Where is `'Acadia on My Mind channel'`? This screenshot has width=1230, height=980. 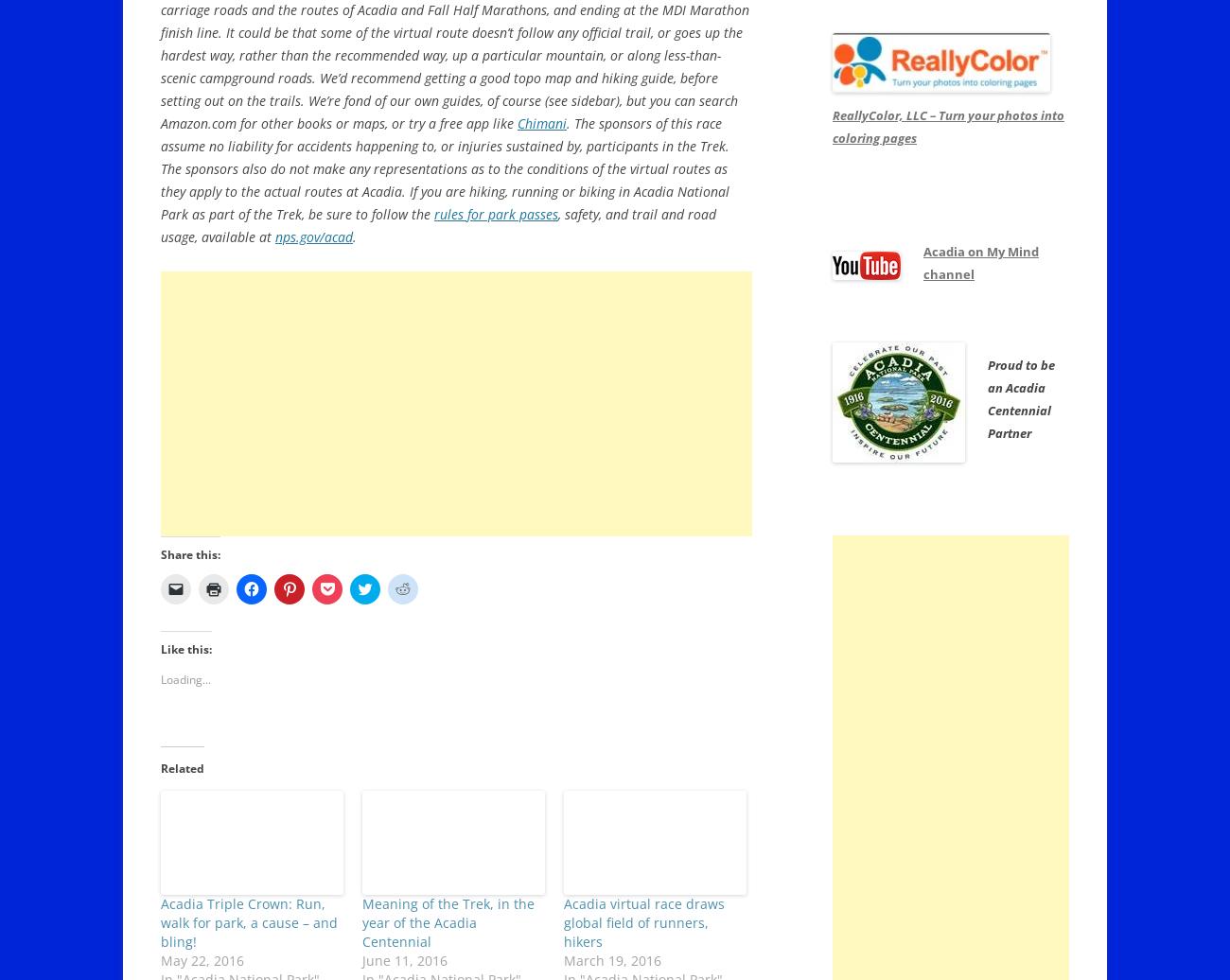
'Acadia on My Mind channel' is located at coordinates (981, 262).